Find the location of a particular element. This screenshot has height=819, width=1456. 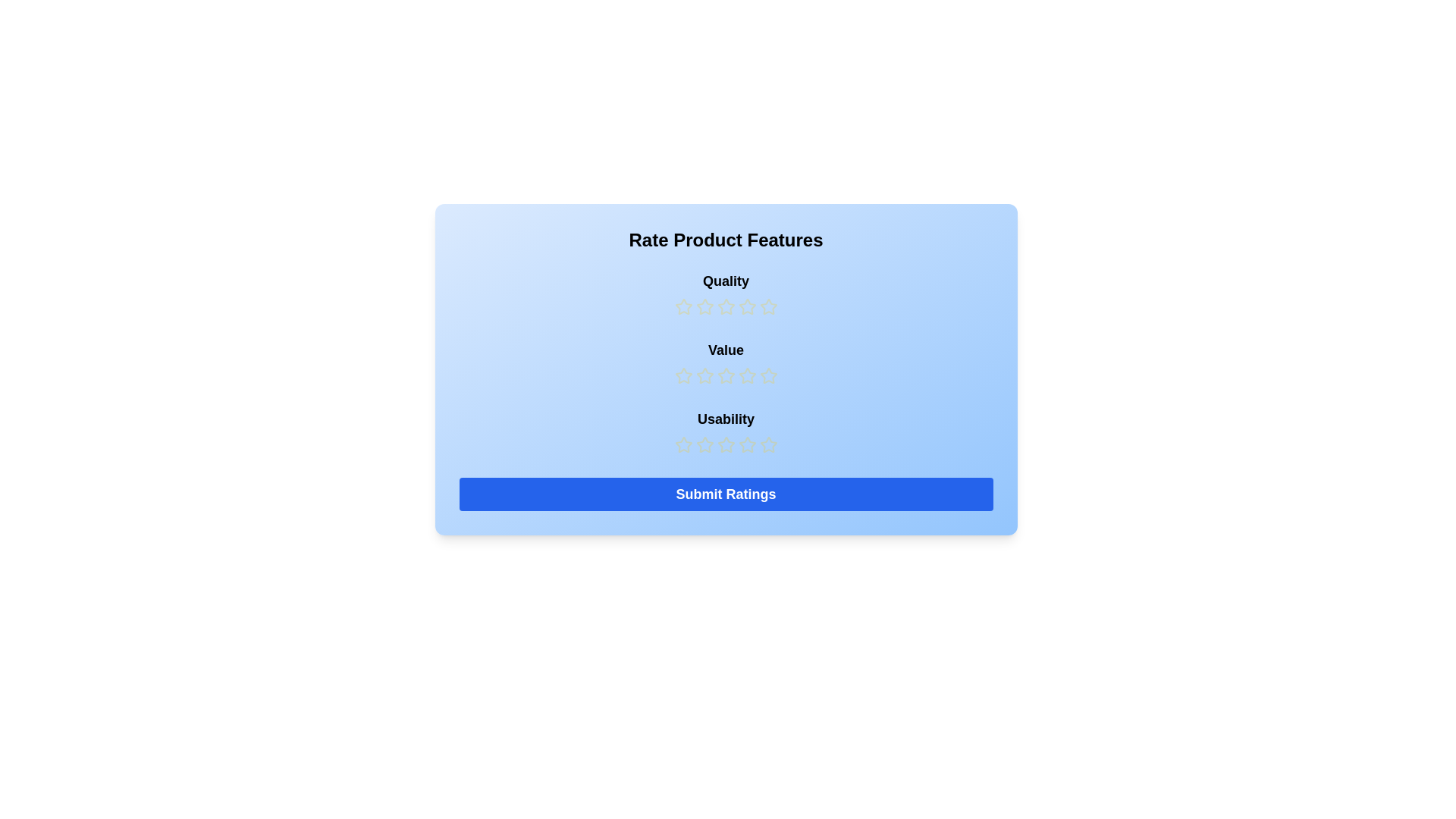

the star corresponding to the 1 rating for 'Value' is located at coordinates (682, 375).